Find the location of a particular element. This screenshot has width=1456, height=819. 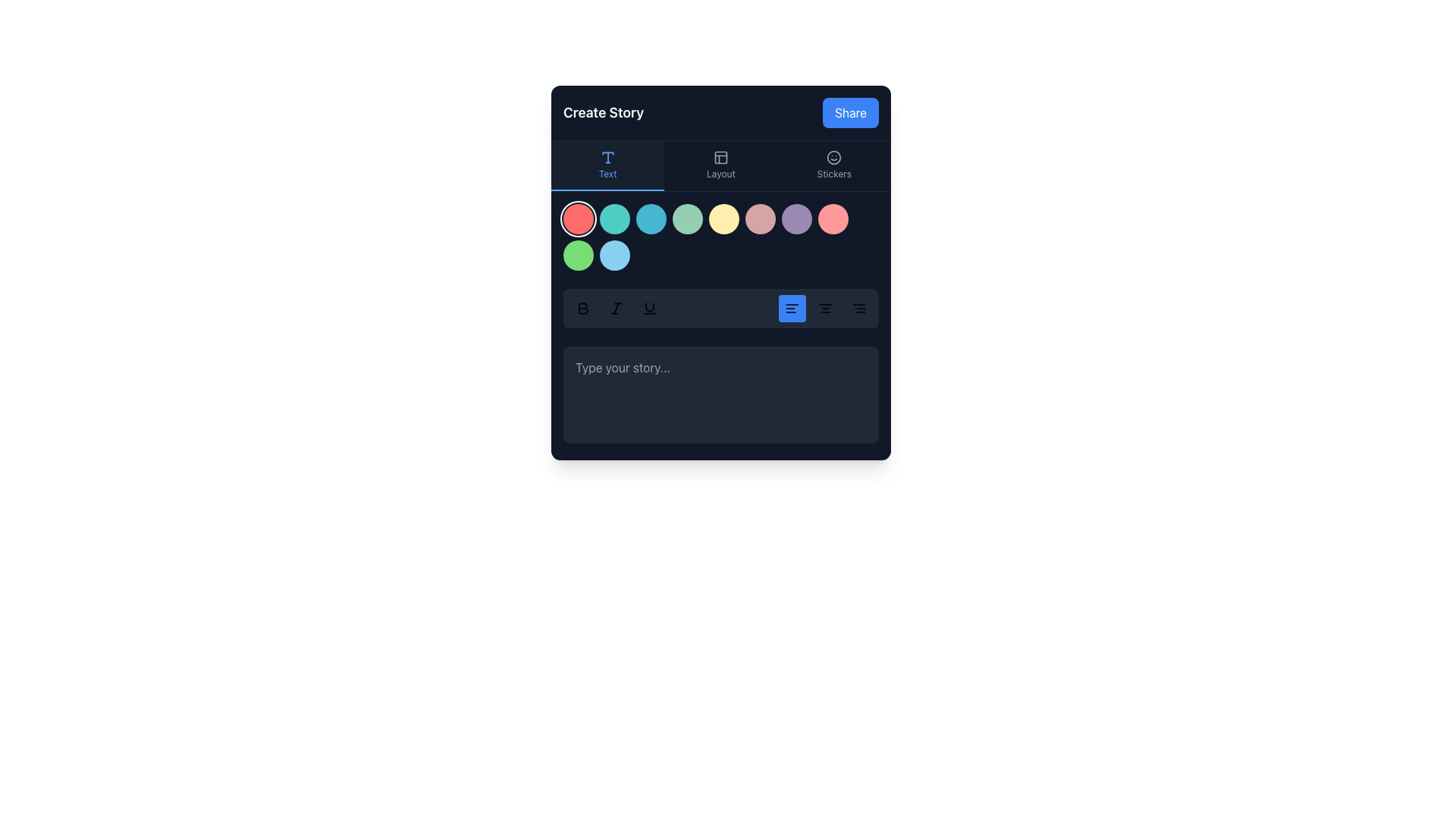

the formatting icons within the 'Create Story' card is located at coordinates (720, 271).